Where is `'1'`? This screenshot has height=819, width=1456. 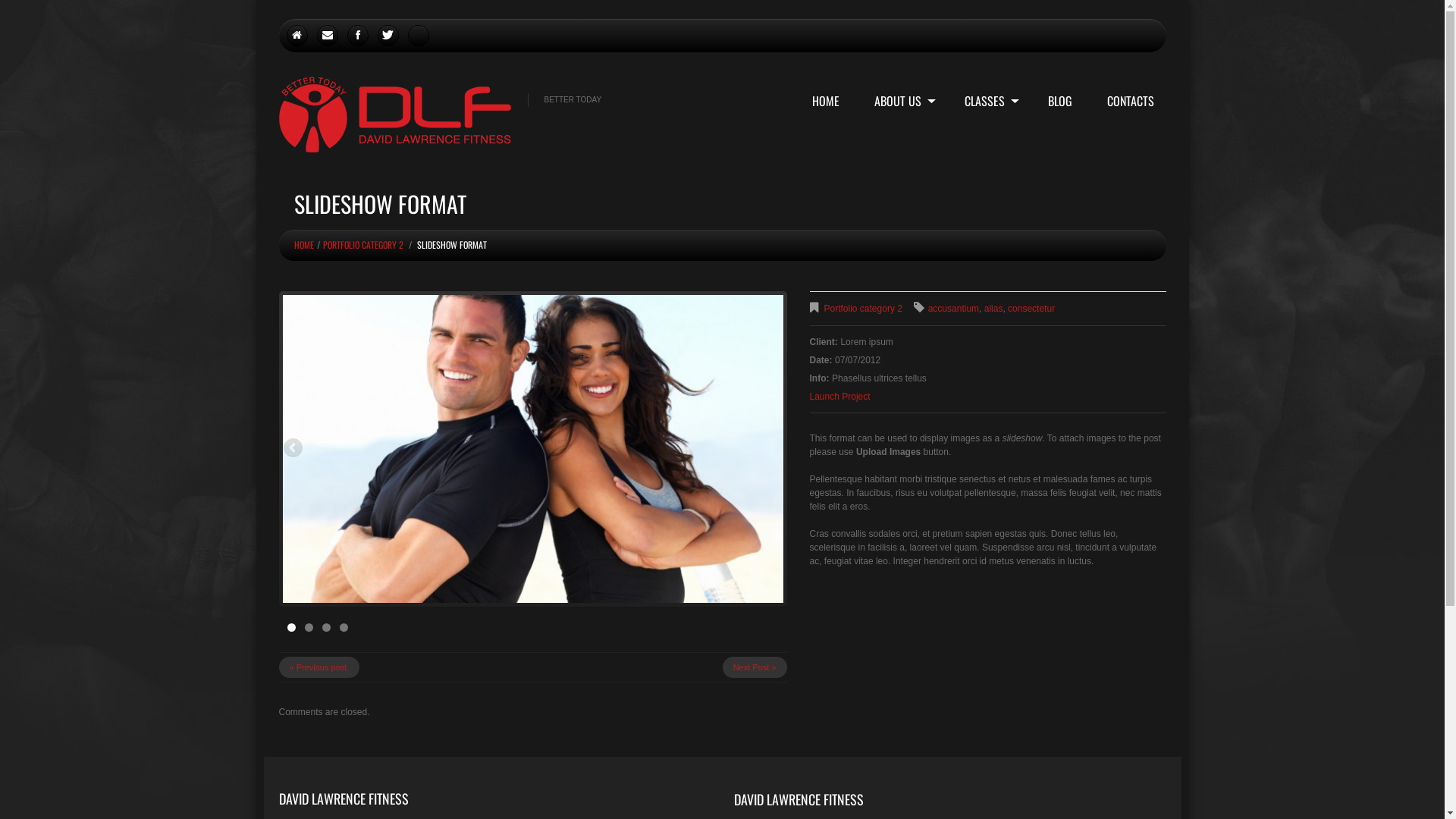 '1' is located at coordinates (290, 627).